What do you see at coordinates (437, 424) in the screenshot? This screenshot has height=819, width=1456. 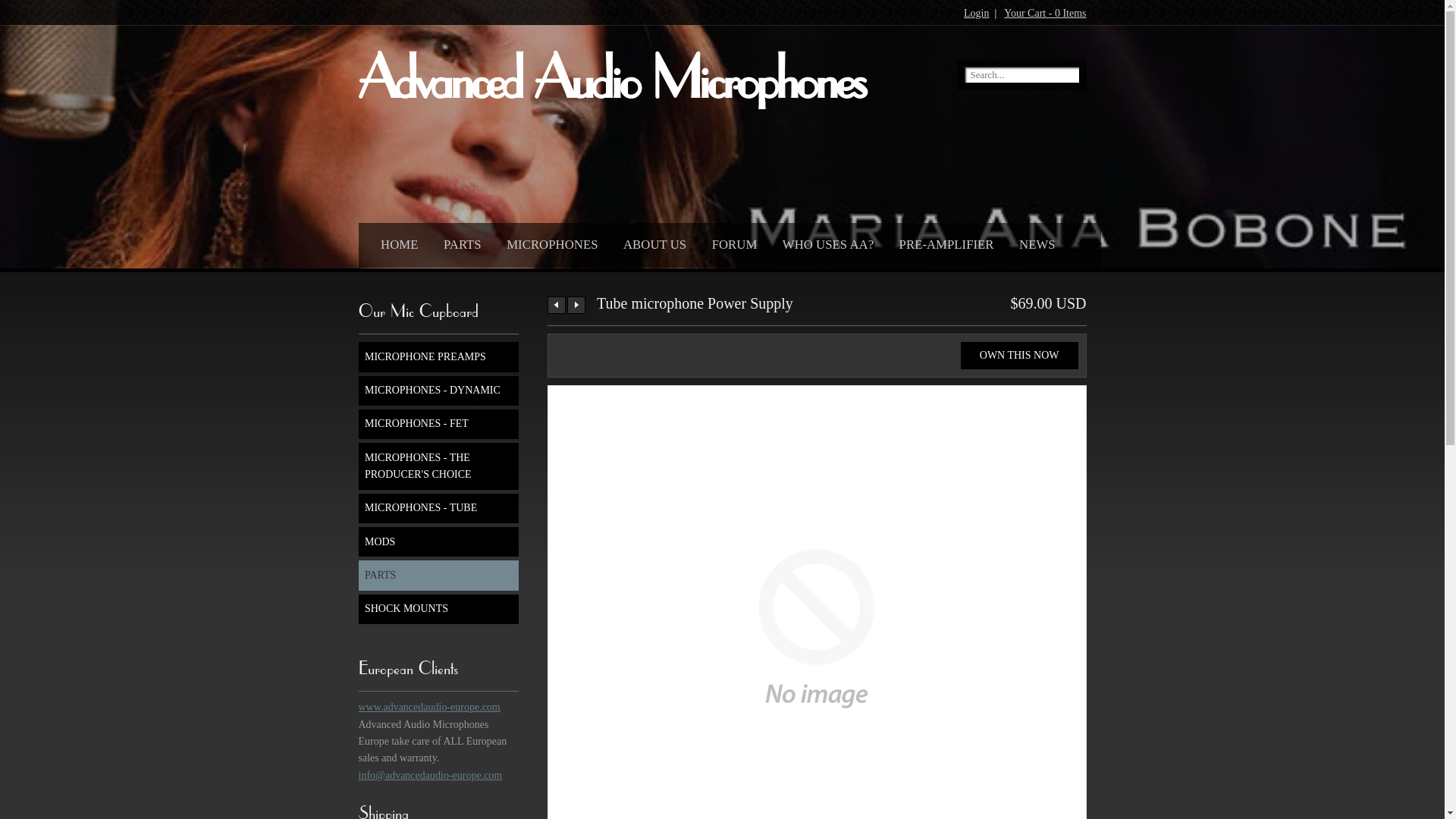 I see `'MICROPHONES - FET'` at bounding box center [437, 424].